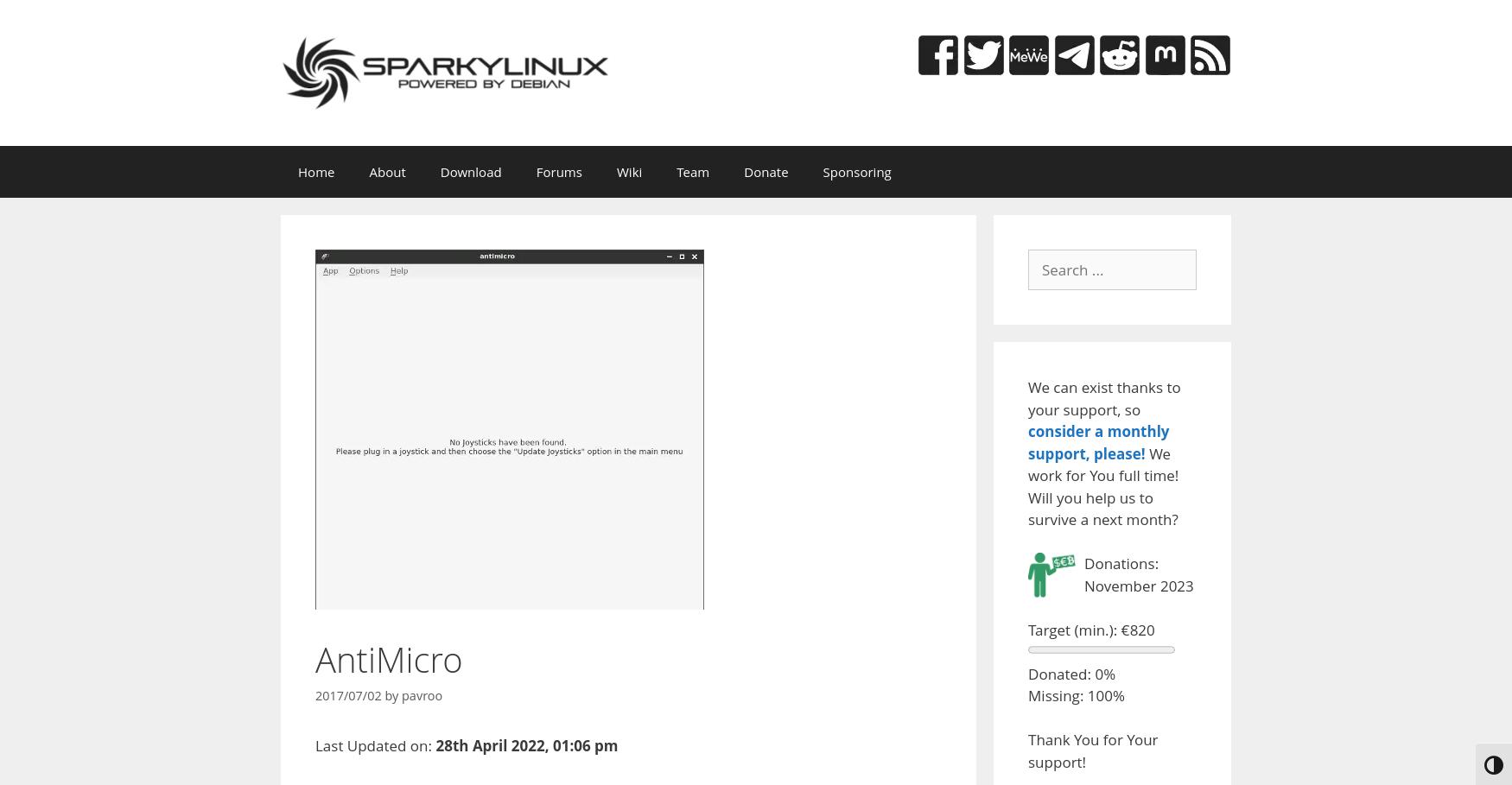 This screenshot has width=1512, height=785. What do you see at coordinates (1097, 441) in the screenshot?
I see `'consider a  monthly support, please!'` at bounding box center [1097, 441].